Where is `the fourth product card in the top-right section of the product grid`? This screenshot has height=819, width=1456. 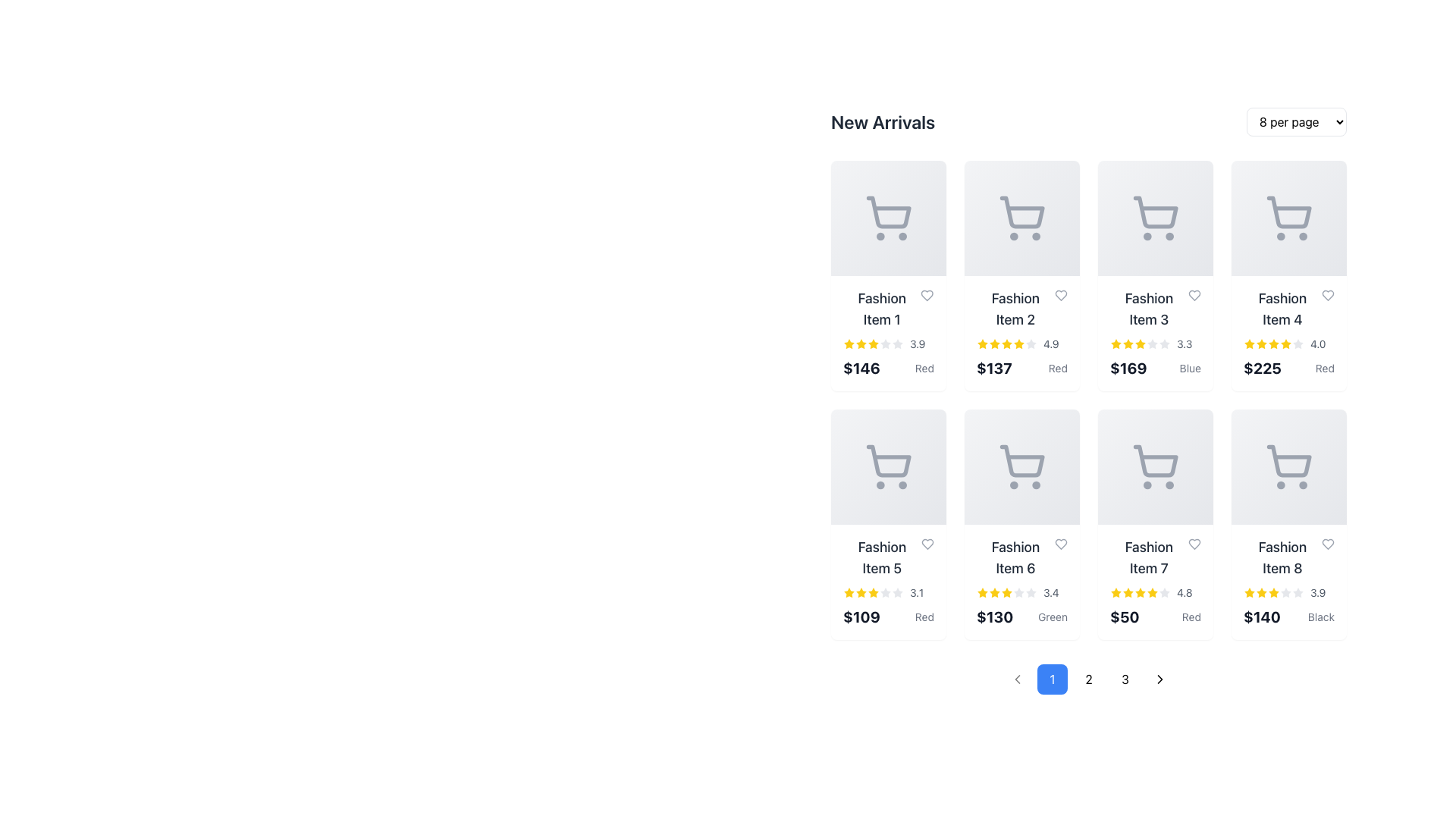
the fourth product card in the top-right section of the product grid is located at coordinates (1288, 275).